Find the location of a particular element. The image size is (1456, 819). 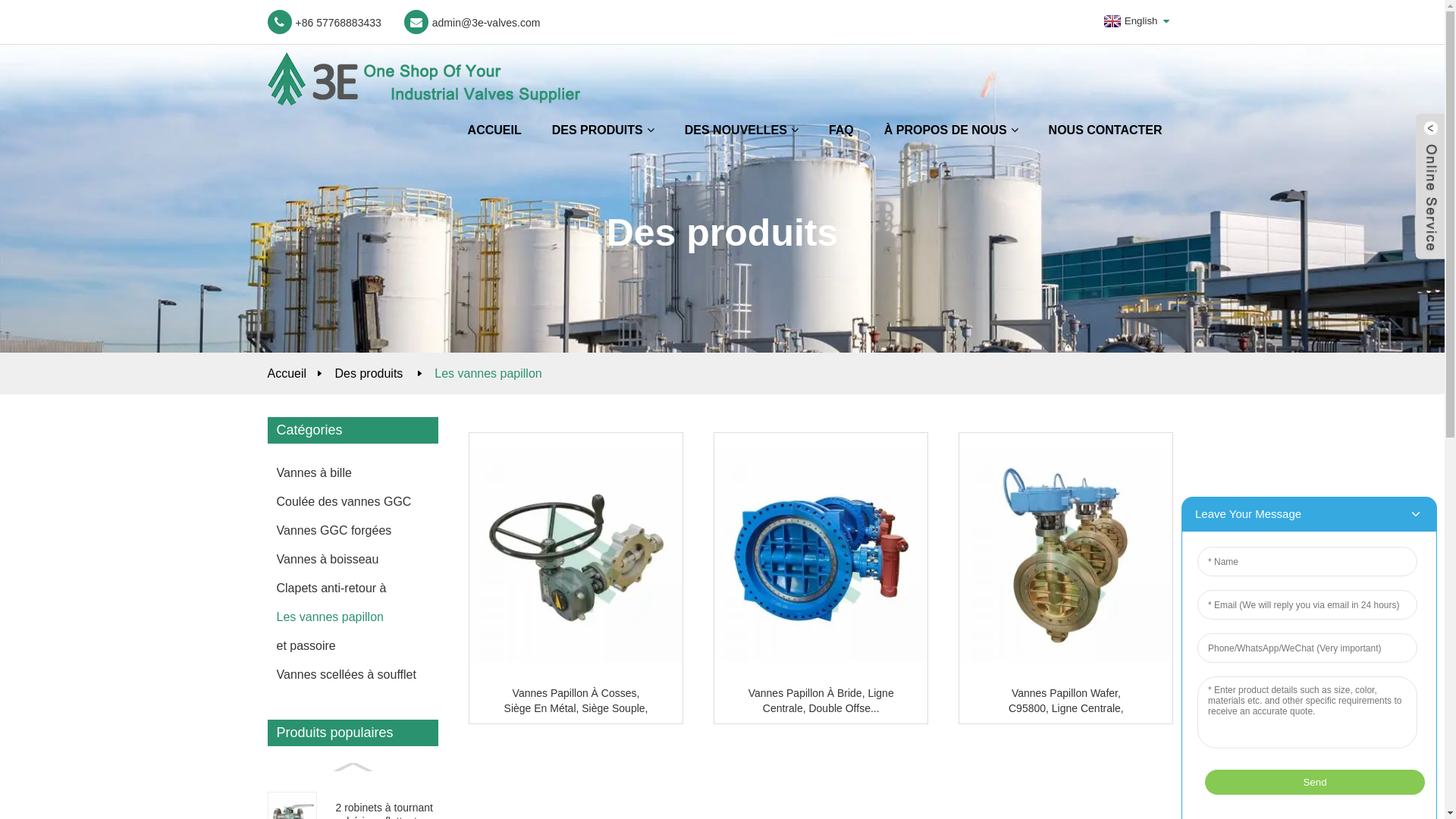

'ACCUEIL' is located at coordinates (494, 129).